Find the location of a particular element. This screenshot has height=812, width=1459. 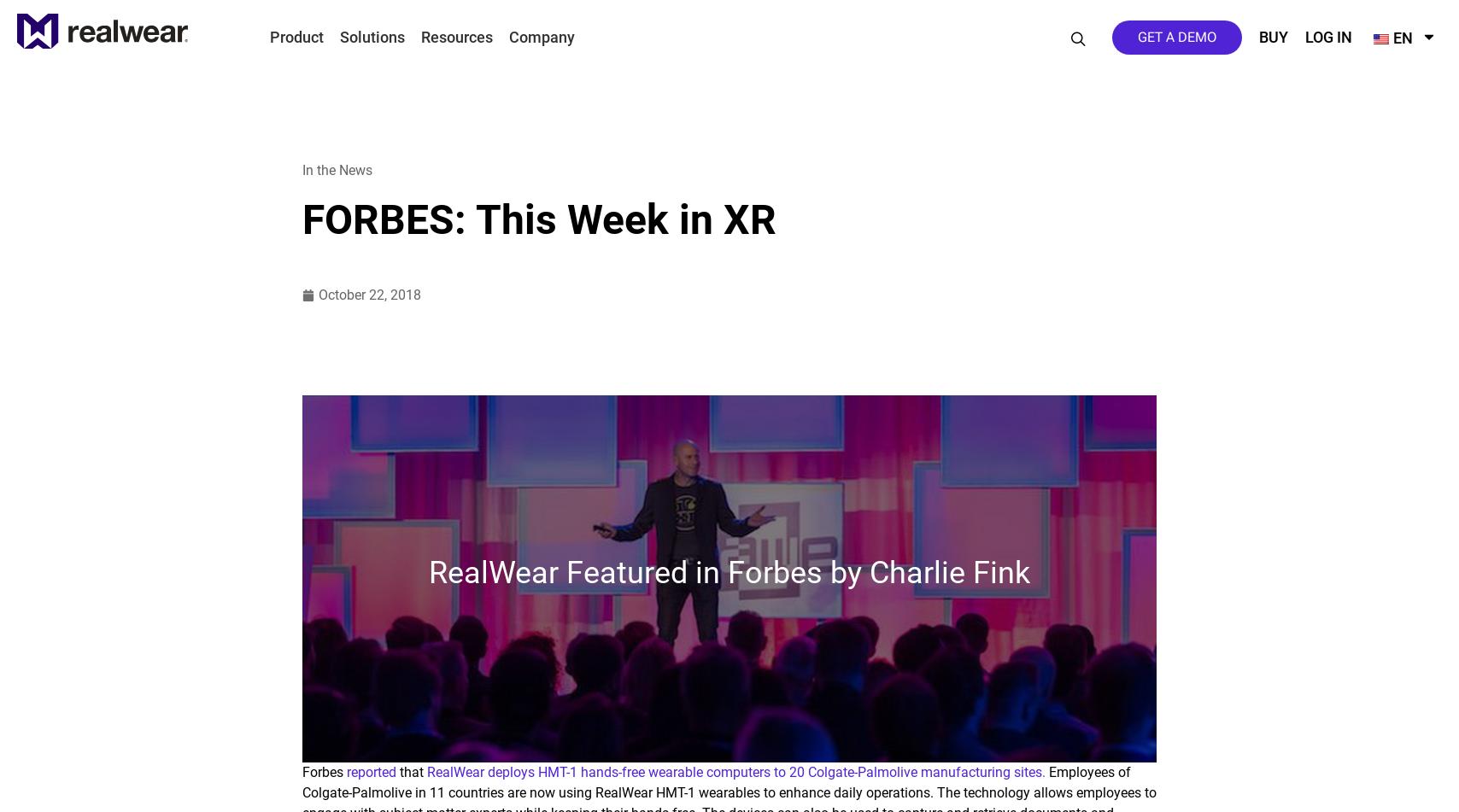

'Forbes' is located at coordinates (325, 771).